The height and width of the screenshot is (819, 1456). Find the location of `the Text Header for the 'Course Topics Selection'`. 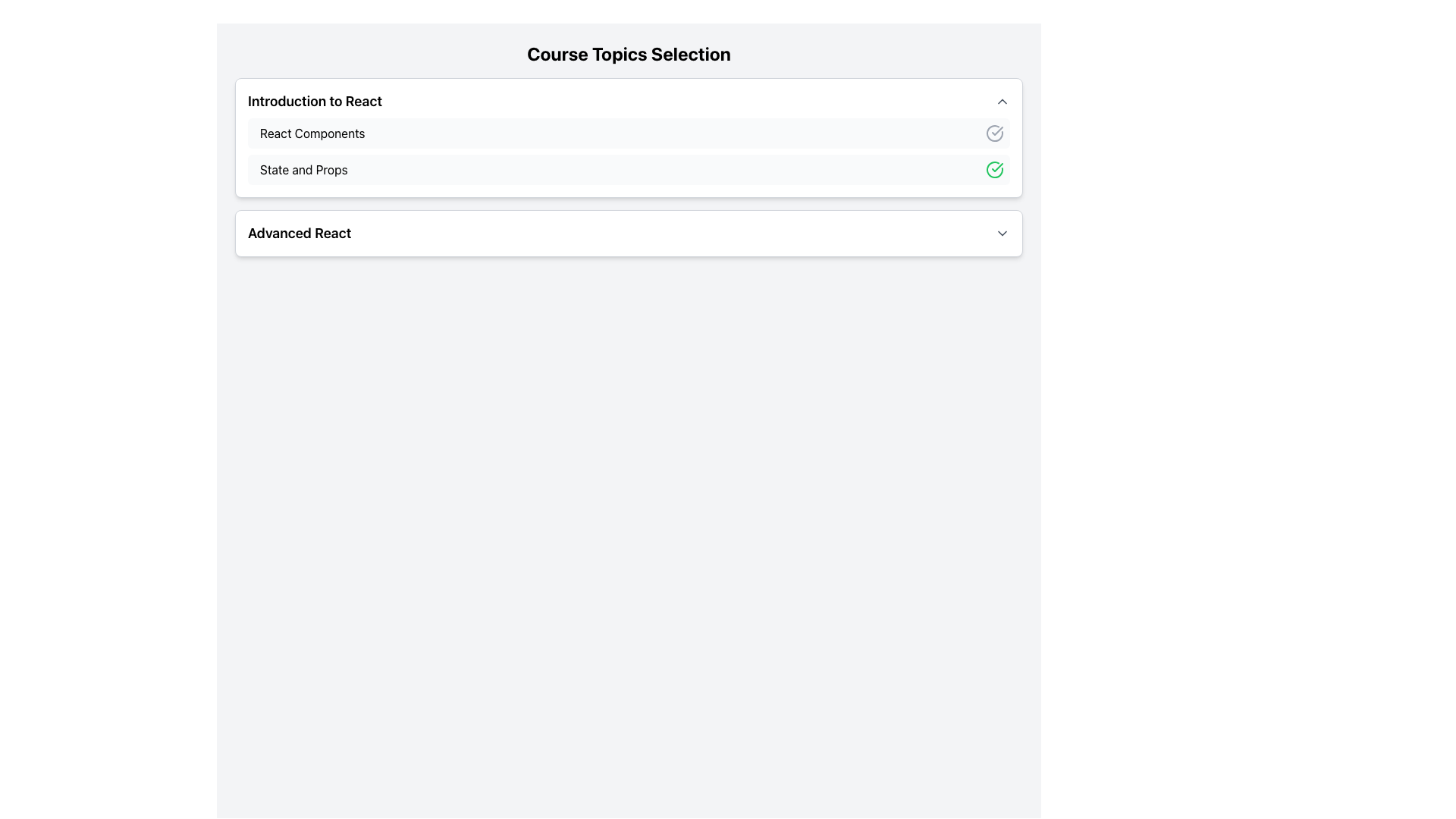

the Text Header for the 'Course Topics Selection' is located at coordinates (314, 102).